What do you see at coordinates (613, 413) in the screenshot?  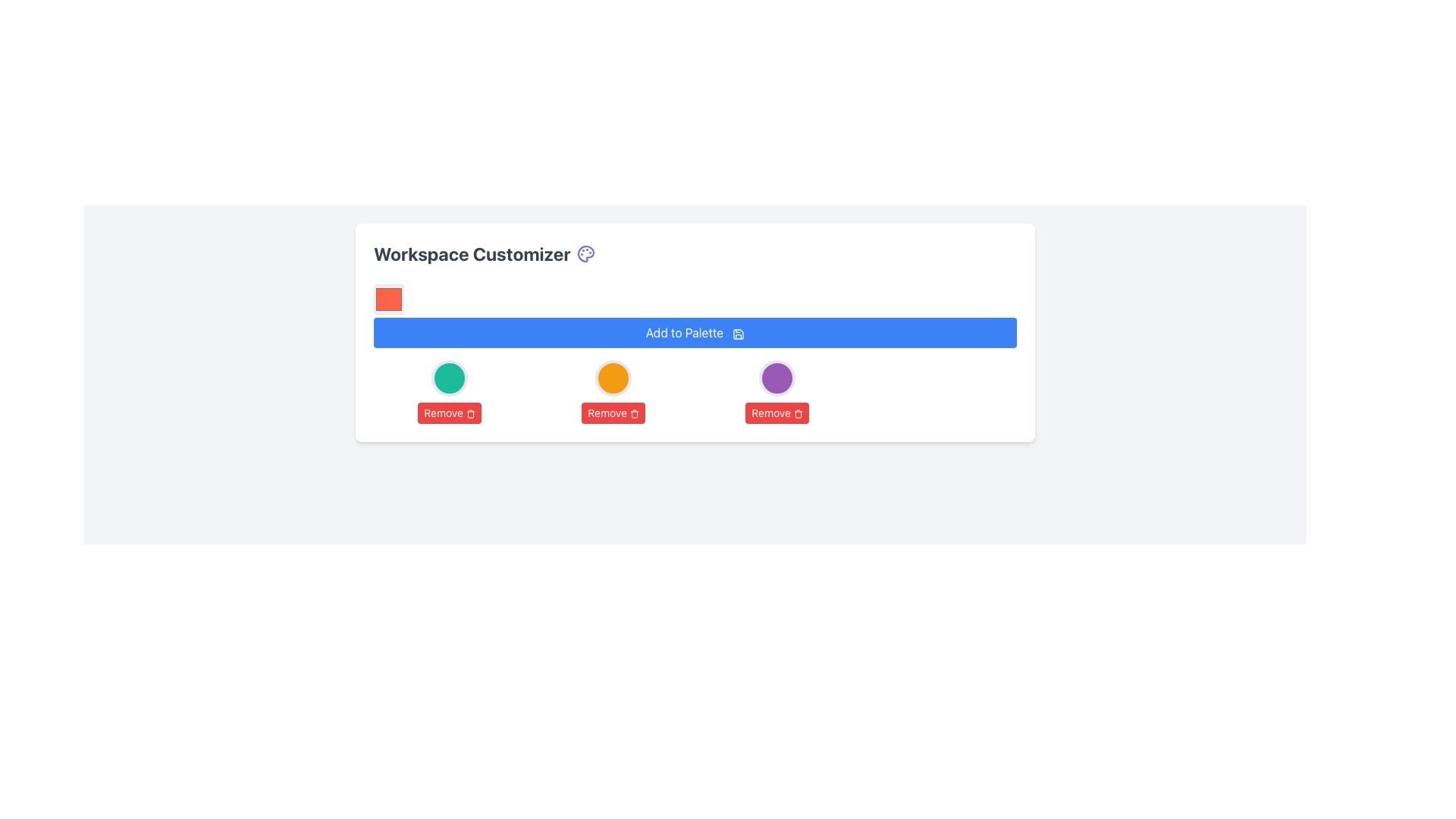 I see `the second button from the left, which is designed` at bounding box center [613, 413].